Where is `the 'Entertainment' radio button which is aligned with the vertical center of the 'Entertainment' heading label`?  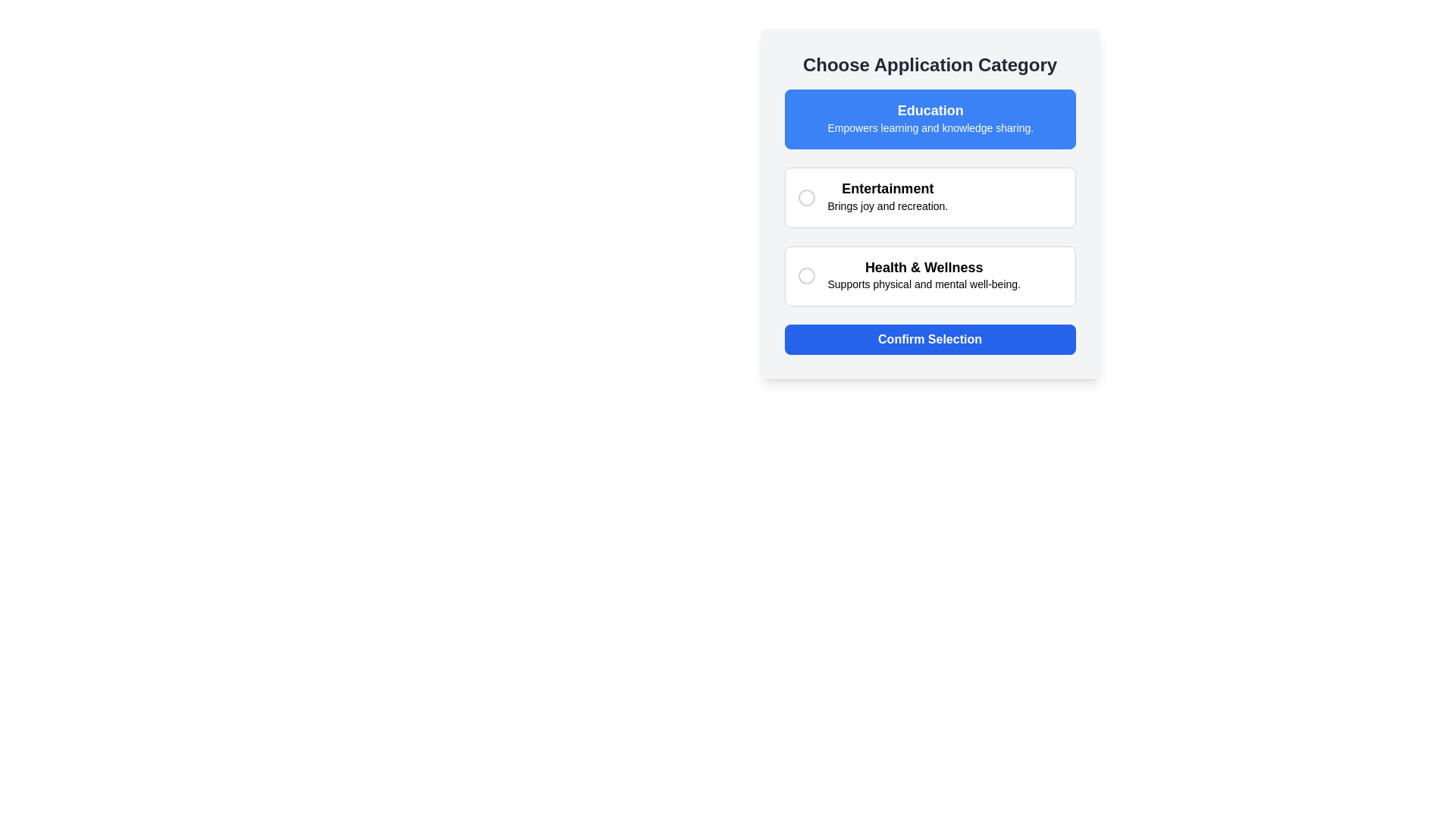 the 'Entertainment' radio button which is aligned with the vertical center of the 'Entertainment' heading label is located at coordinates (805, 196).